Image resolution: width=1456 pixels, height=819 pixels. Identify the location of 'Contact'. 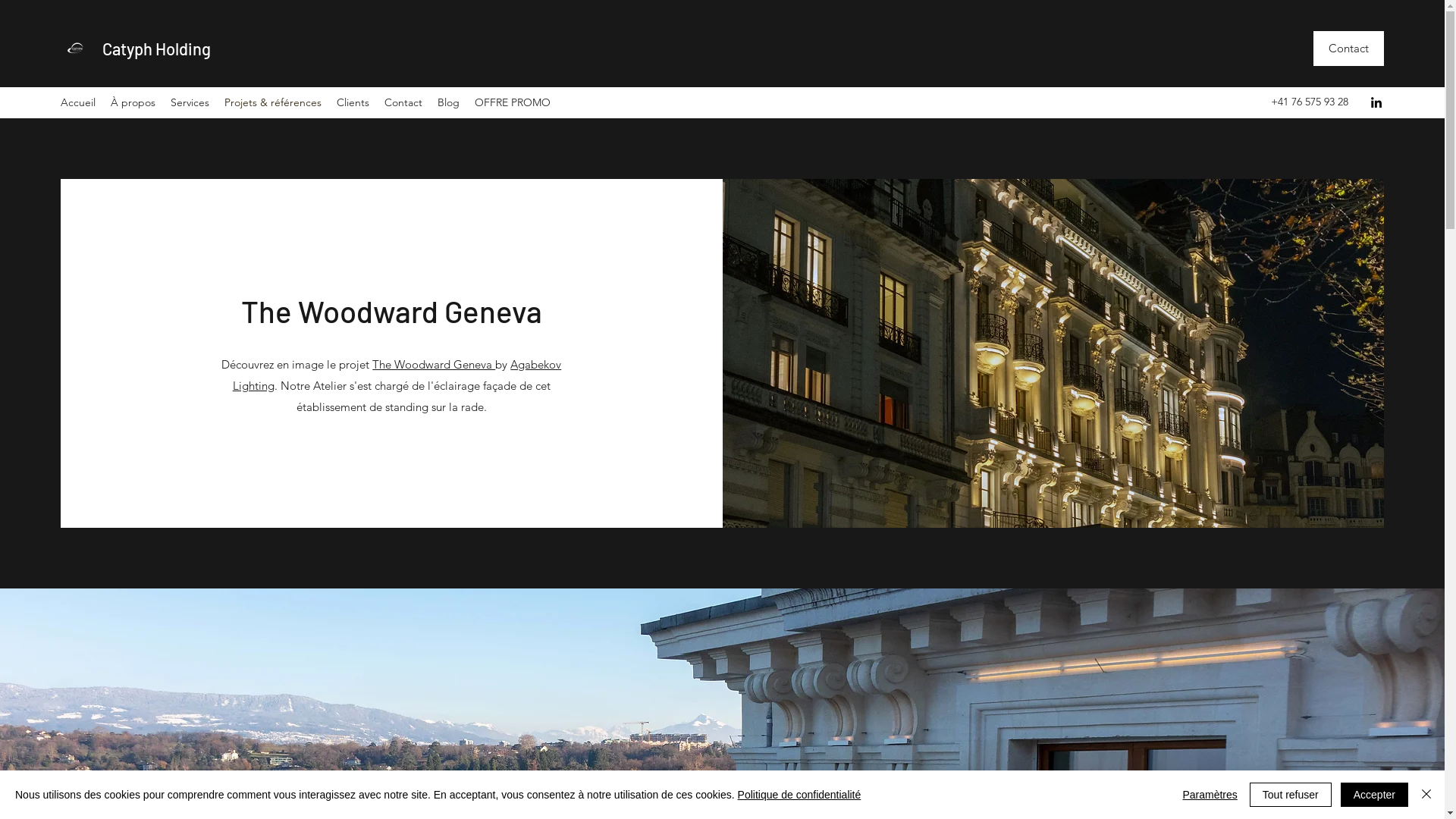
(1348, 48).